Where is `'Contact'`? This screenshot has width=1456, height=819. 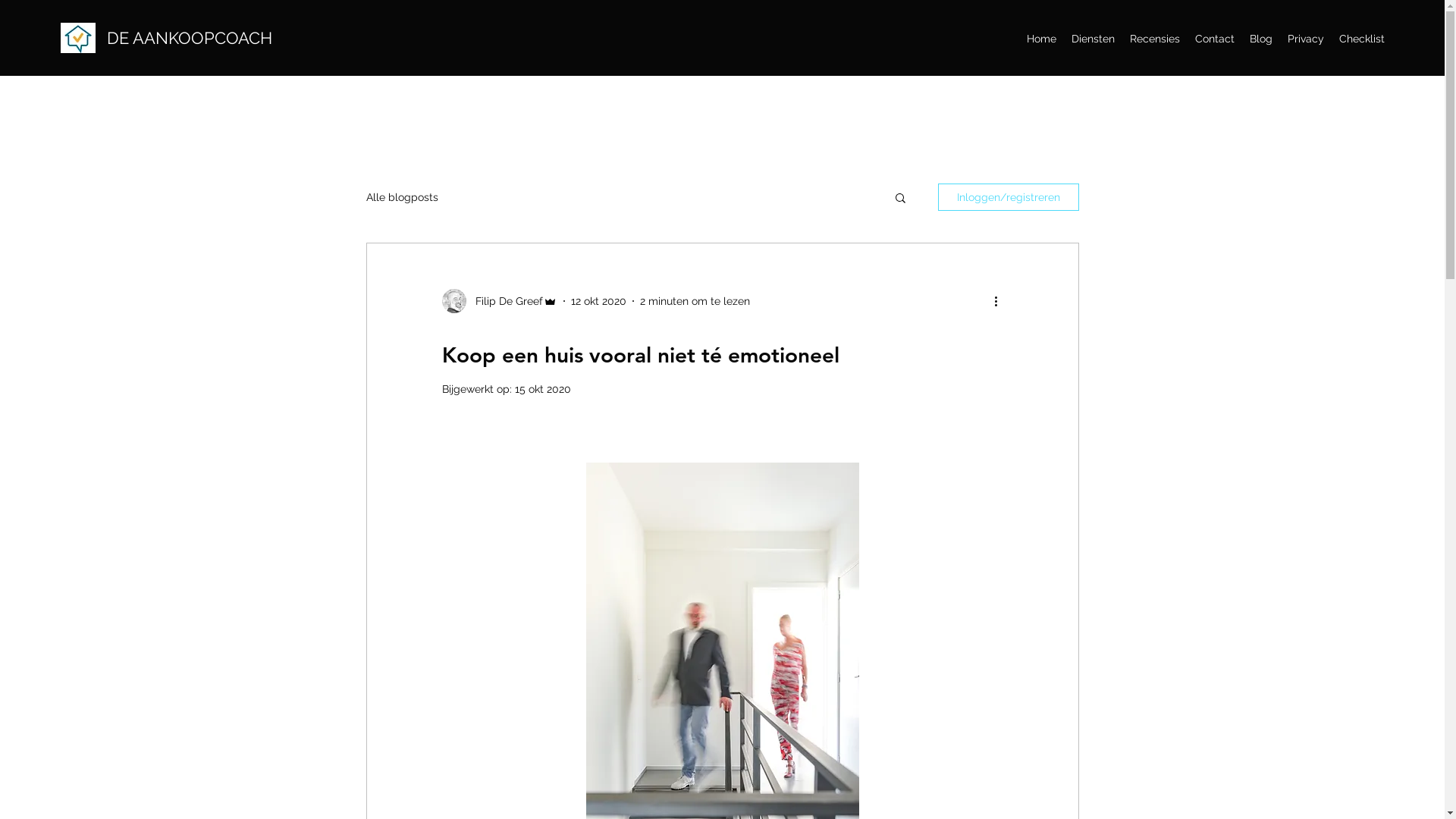 'Contact' is located at coordinates (1215, 37).